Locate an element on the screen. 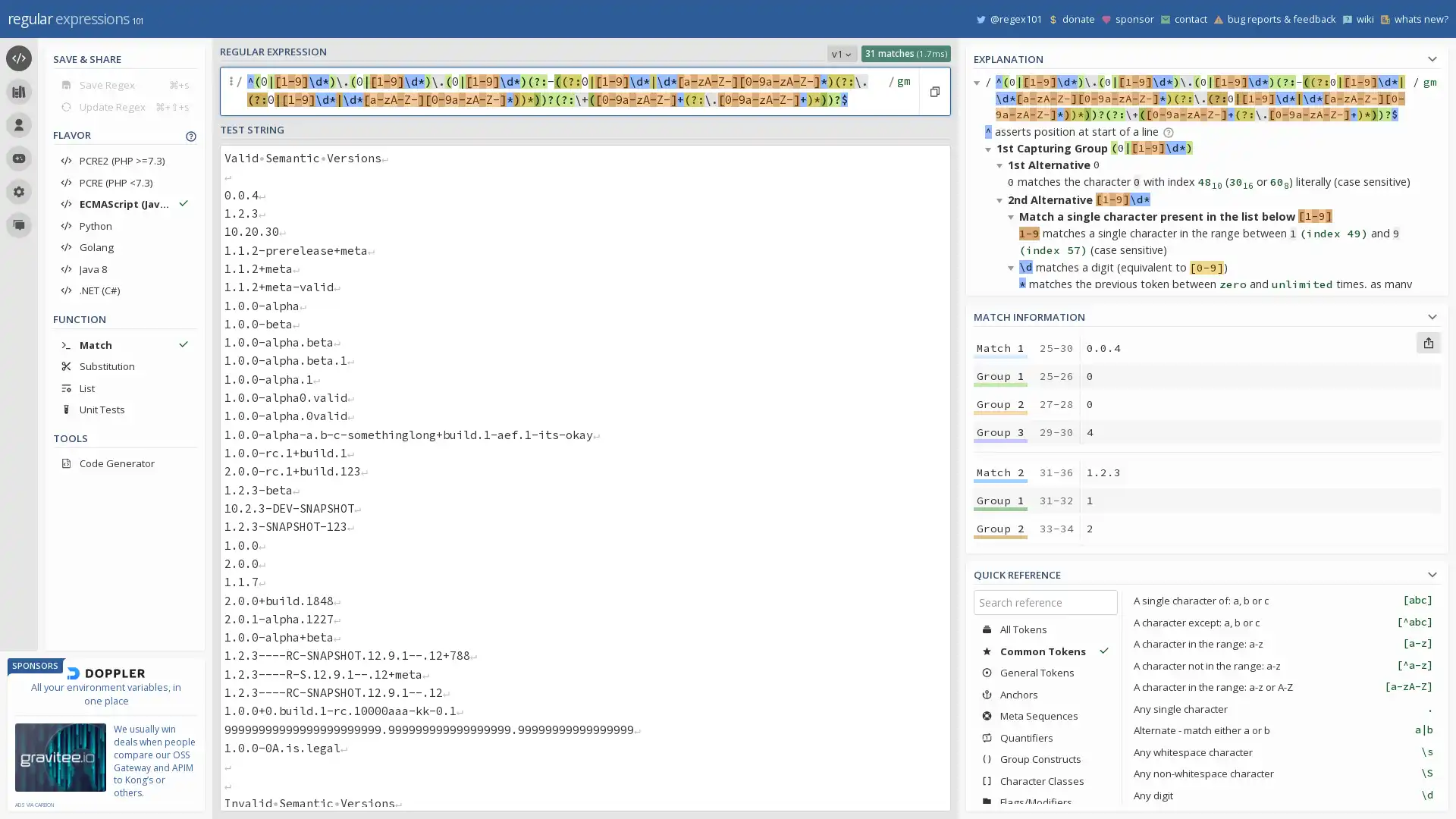 This screenshot has height=819, width=1456. Match 3 is located at coordinates (1000, 595).